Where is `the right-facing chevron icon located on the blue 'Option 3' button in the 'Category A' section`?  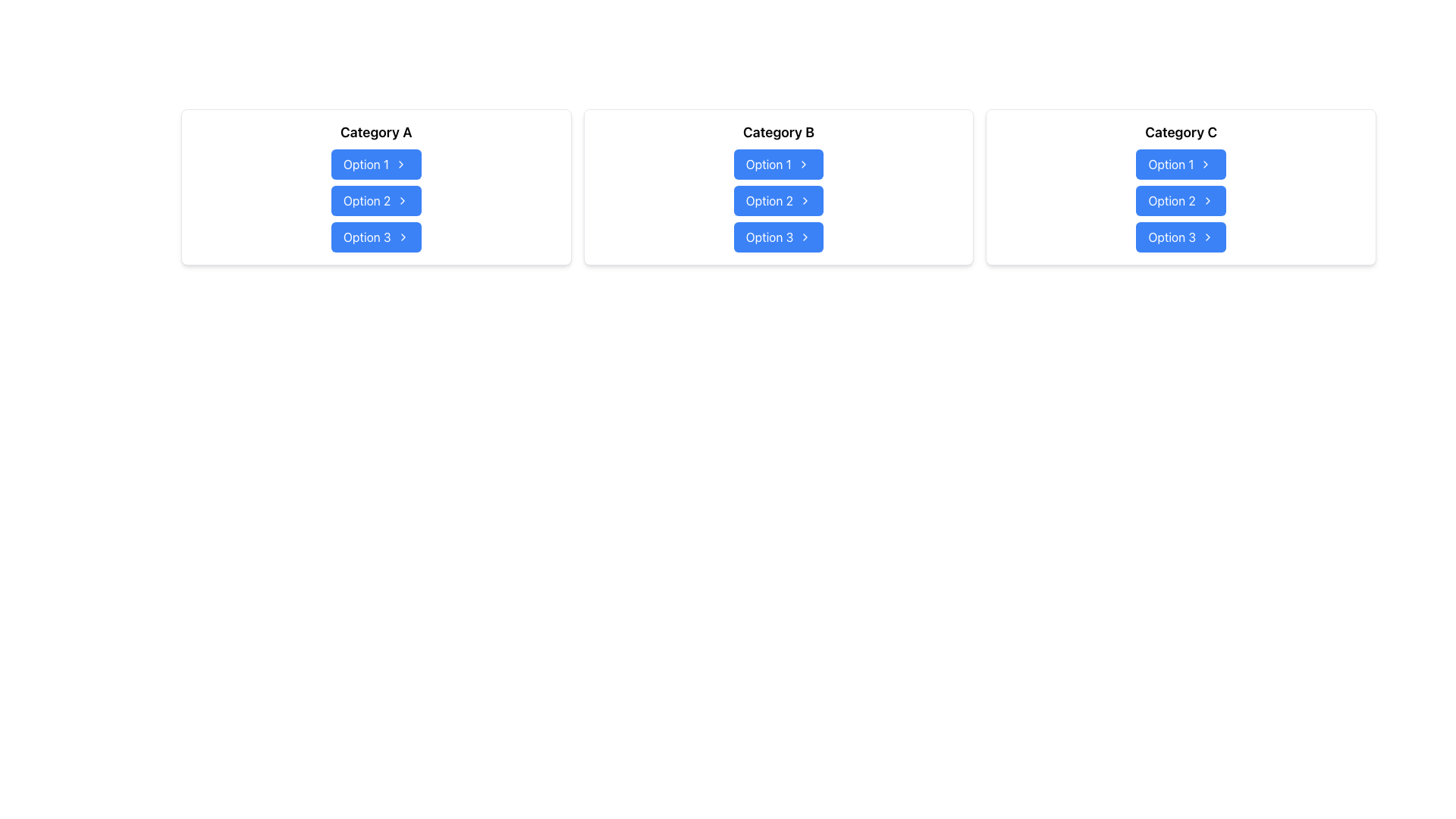 the right-facing chevron icon located on the blue 'Option 3' button in the 'Category A' section is located at coordinates (403, 237).